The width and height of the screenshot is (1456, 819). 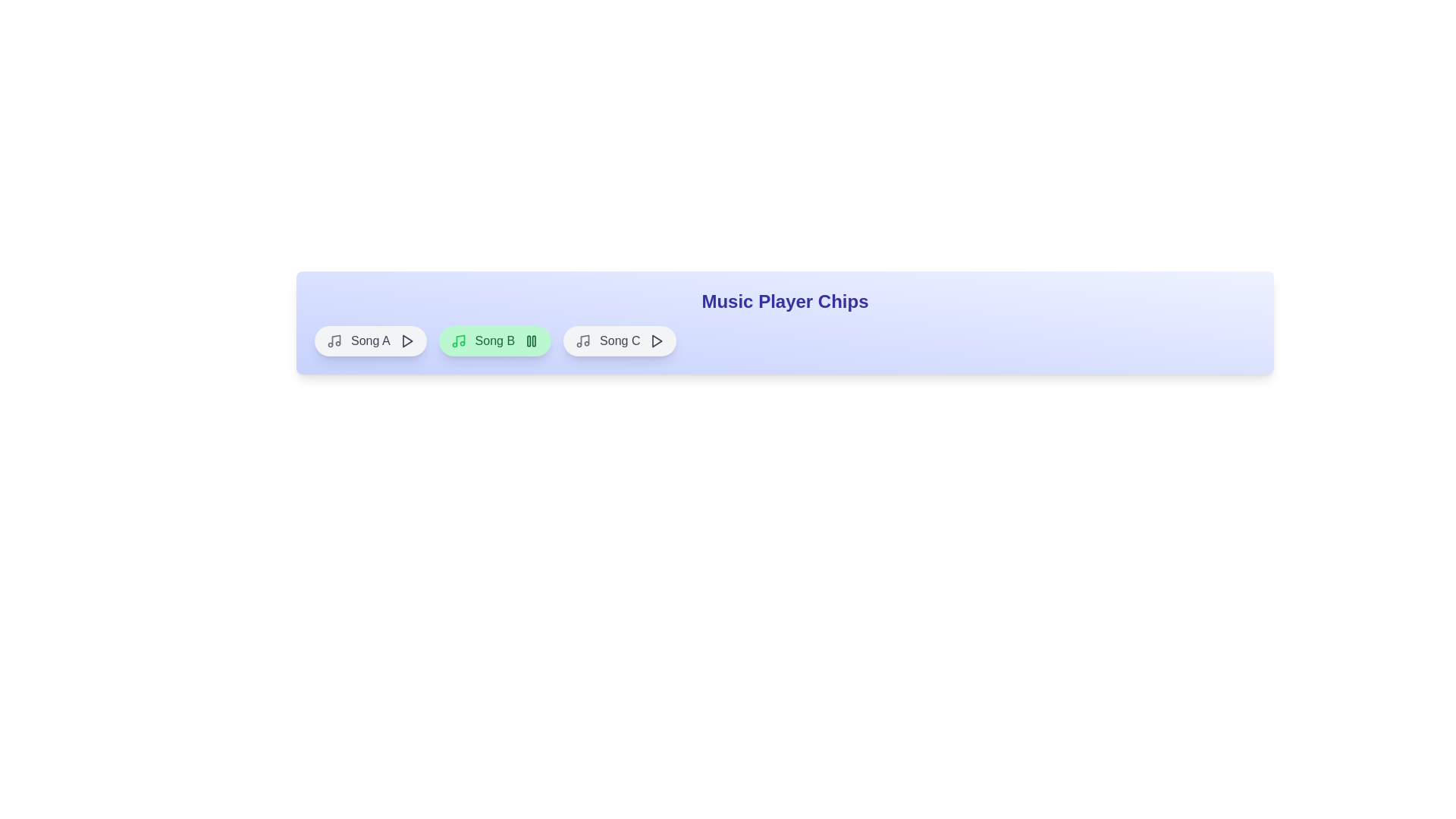 I want to click on the song chip corresponding to Song C to toggle its play/pause state, so click(x=619, y=341).